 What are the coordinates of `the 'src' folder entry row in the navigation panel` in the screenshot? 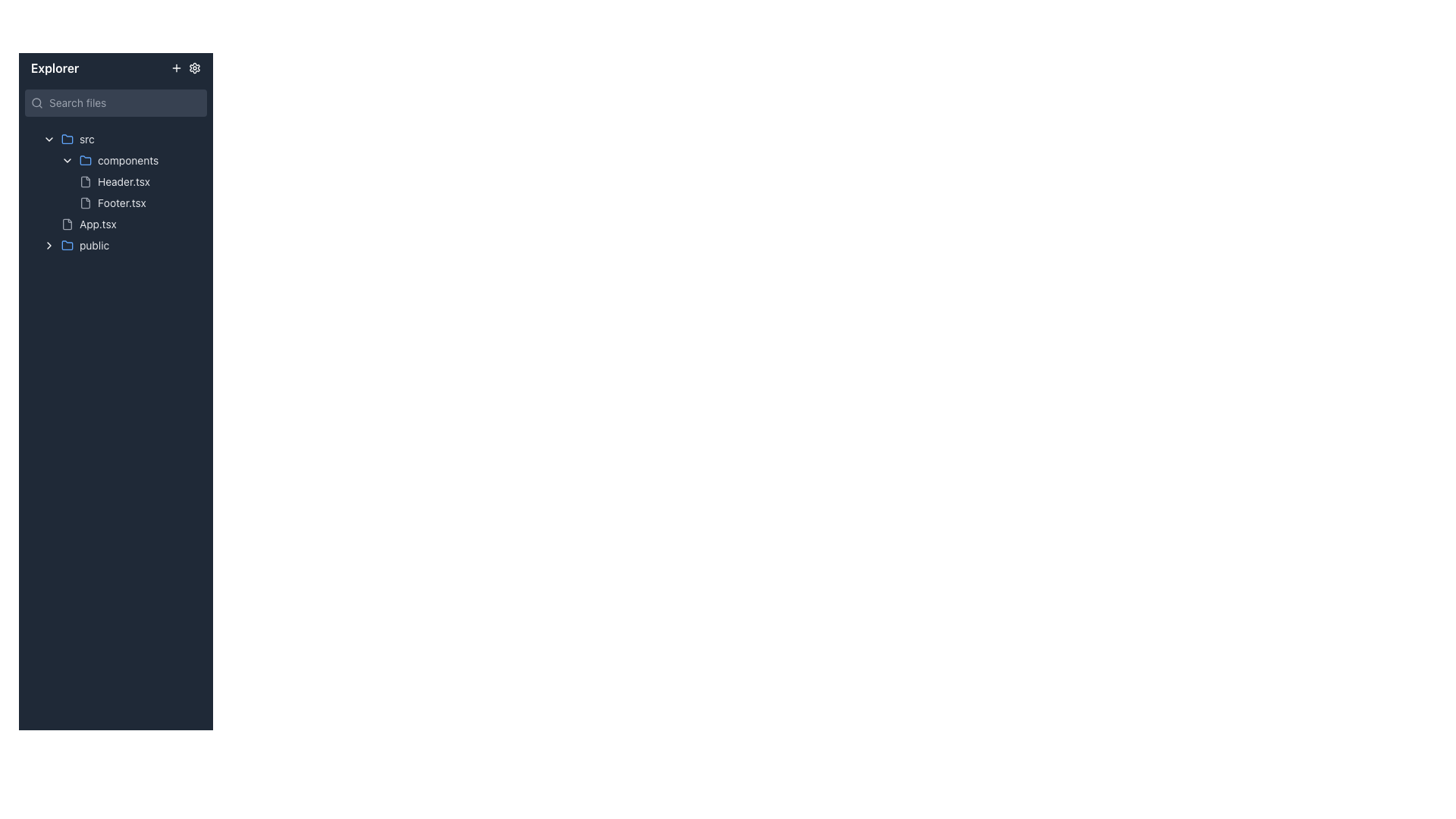 It's located at (122, 140).